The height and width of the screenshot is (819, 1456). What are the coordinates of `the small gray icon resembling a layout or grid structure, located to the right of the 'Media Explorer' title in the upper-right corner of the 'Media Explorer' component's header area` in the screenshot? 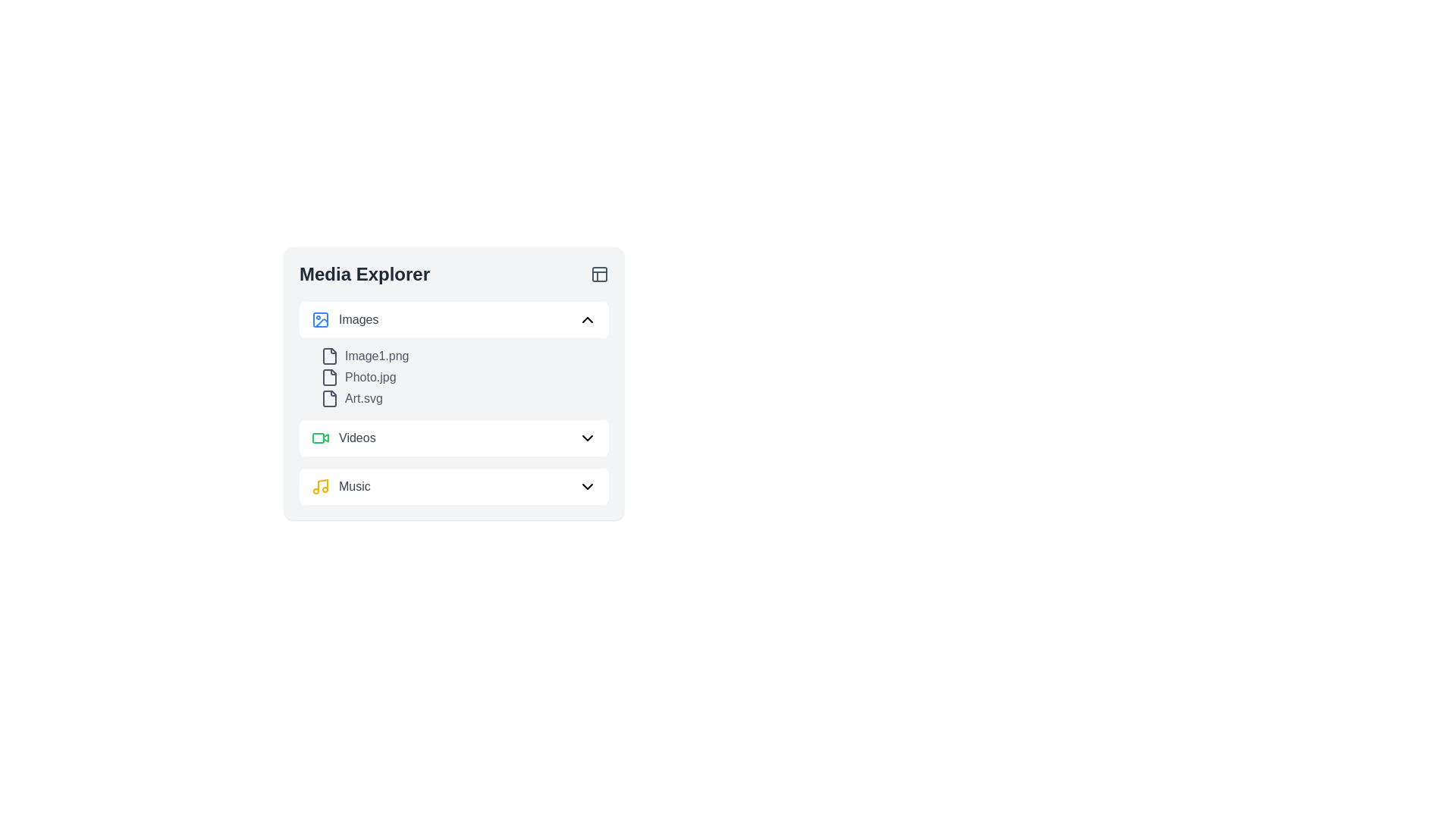 It's located at (599, 275).